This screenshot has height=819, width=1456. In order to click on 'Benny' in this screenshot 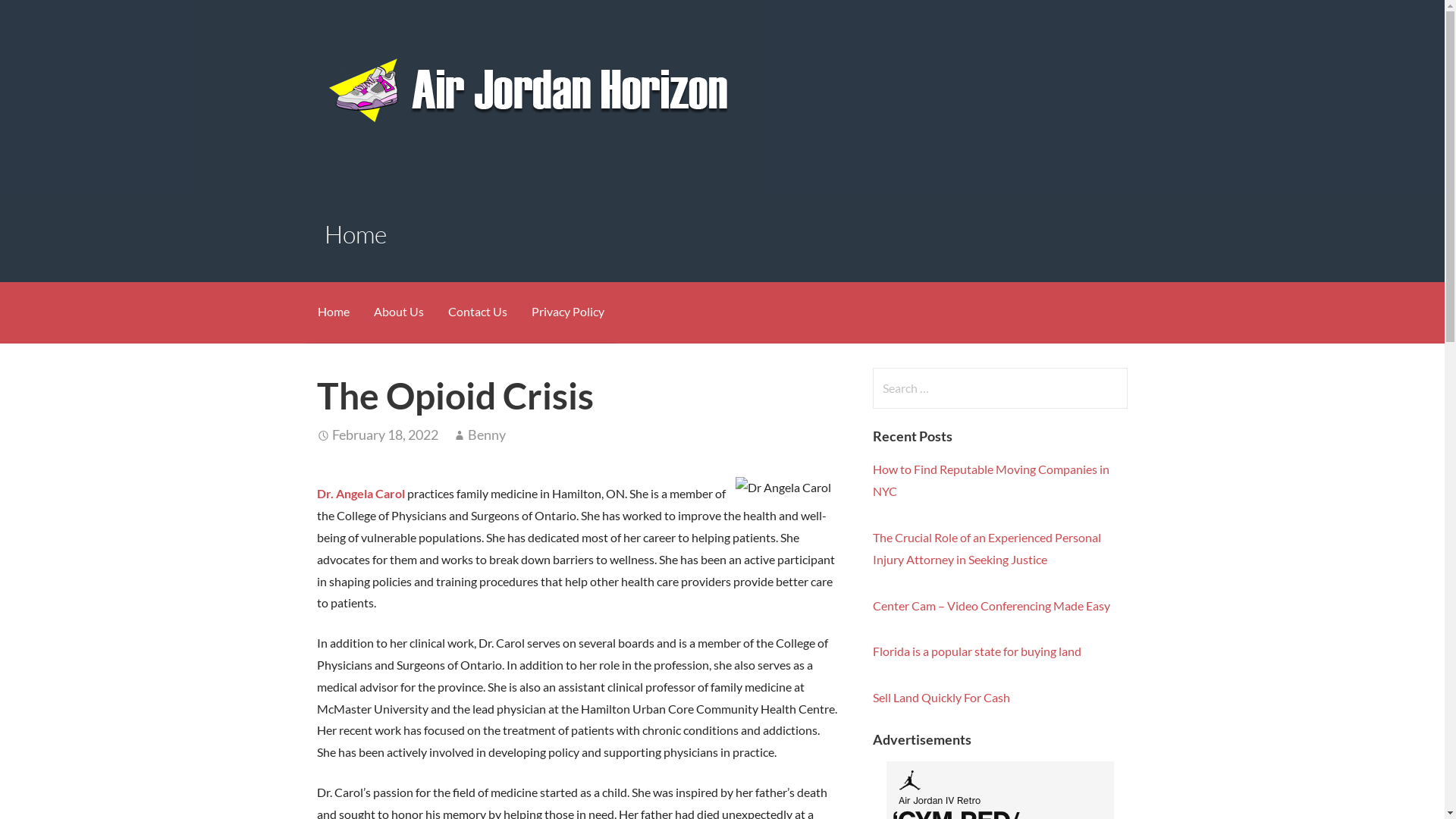, I will do `click(487, 435)`.